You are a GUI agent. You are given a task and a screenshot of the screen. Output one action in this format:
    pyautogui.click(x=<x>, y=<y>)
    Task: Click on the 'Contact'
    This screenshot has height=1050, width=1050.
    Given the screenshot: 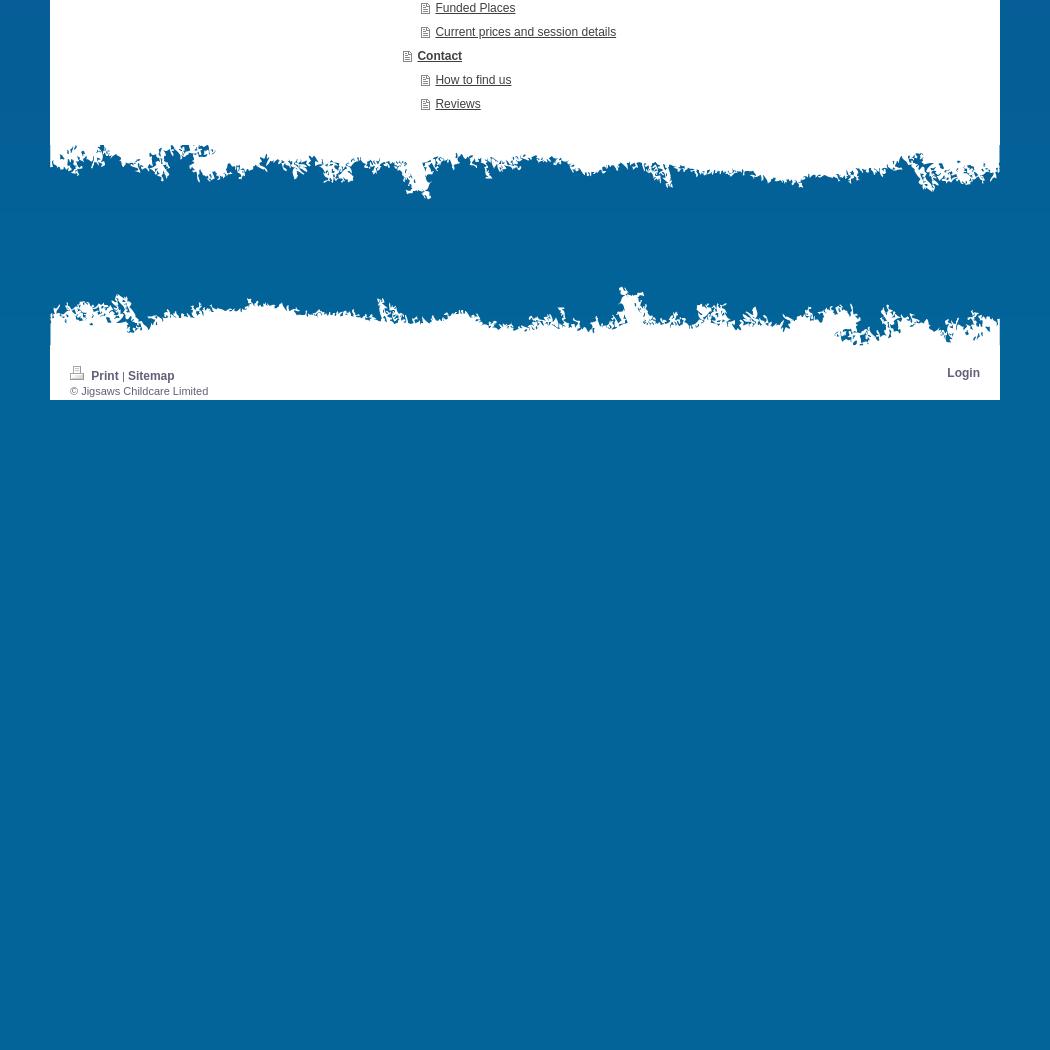 What is the action you would take?
    pyautogui.click(x=415, y=54)
    